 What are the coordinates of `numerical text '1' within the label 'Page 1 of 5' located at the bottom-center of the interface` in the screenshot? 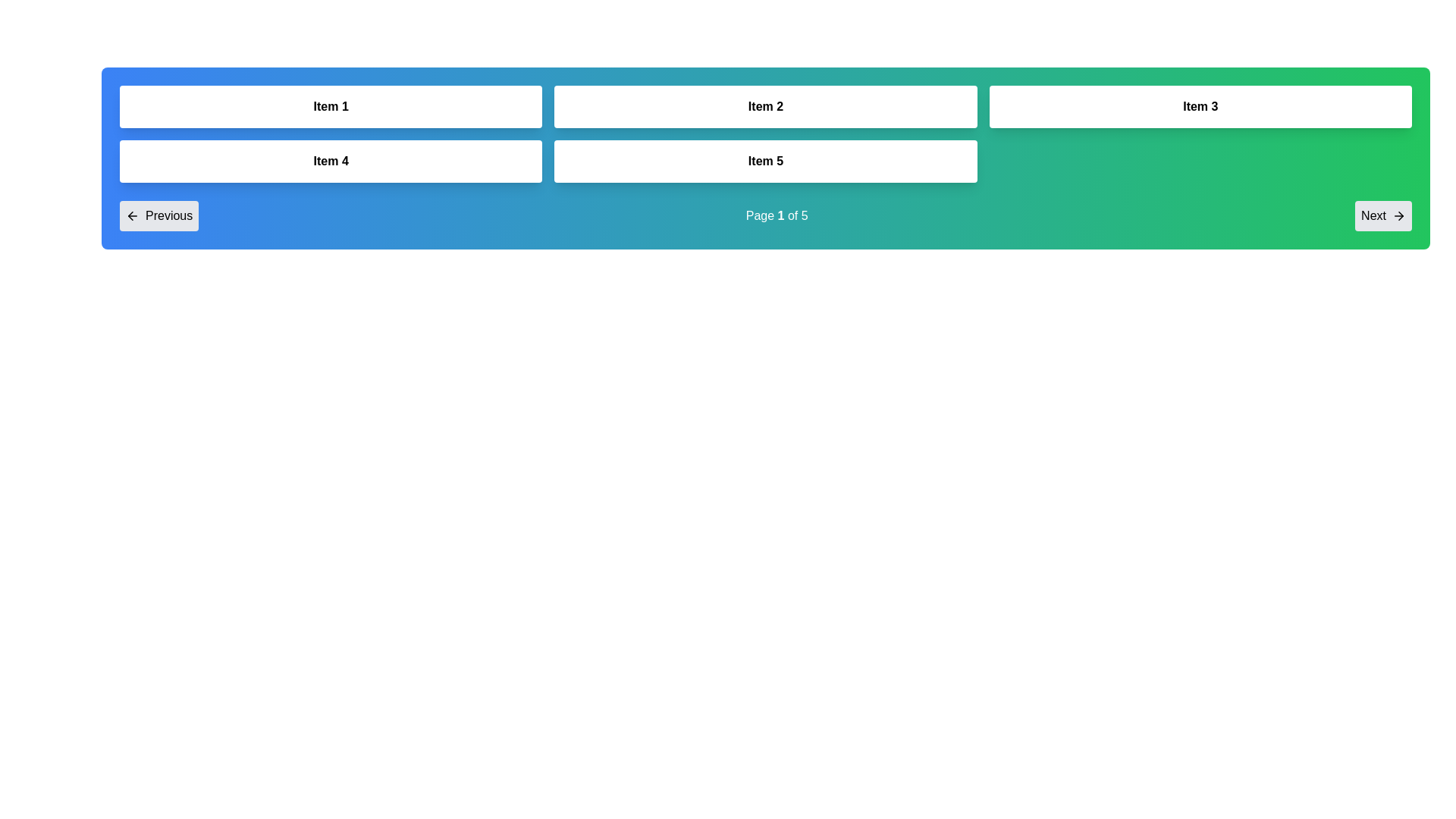 It's located at (781, 215).